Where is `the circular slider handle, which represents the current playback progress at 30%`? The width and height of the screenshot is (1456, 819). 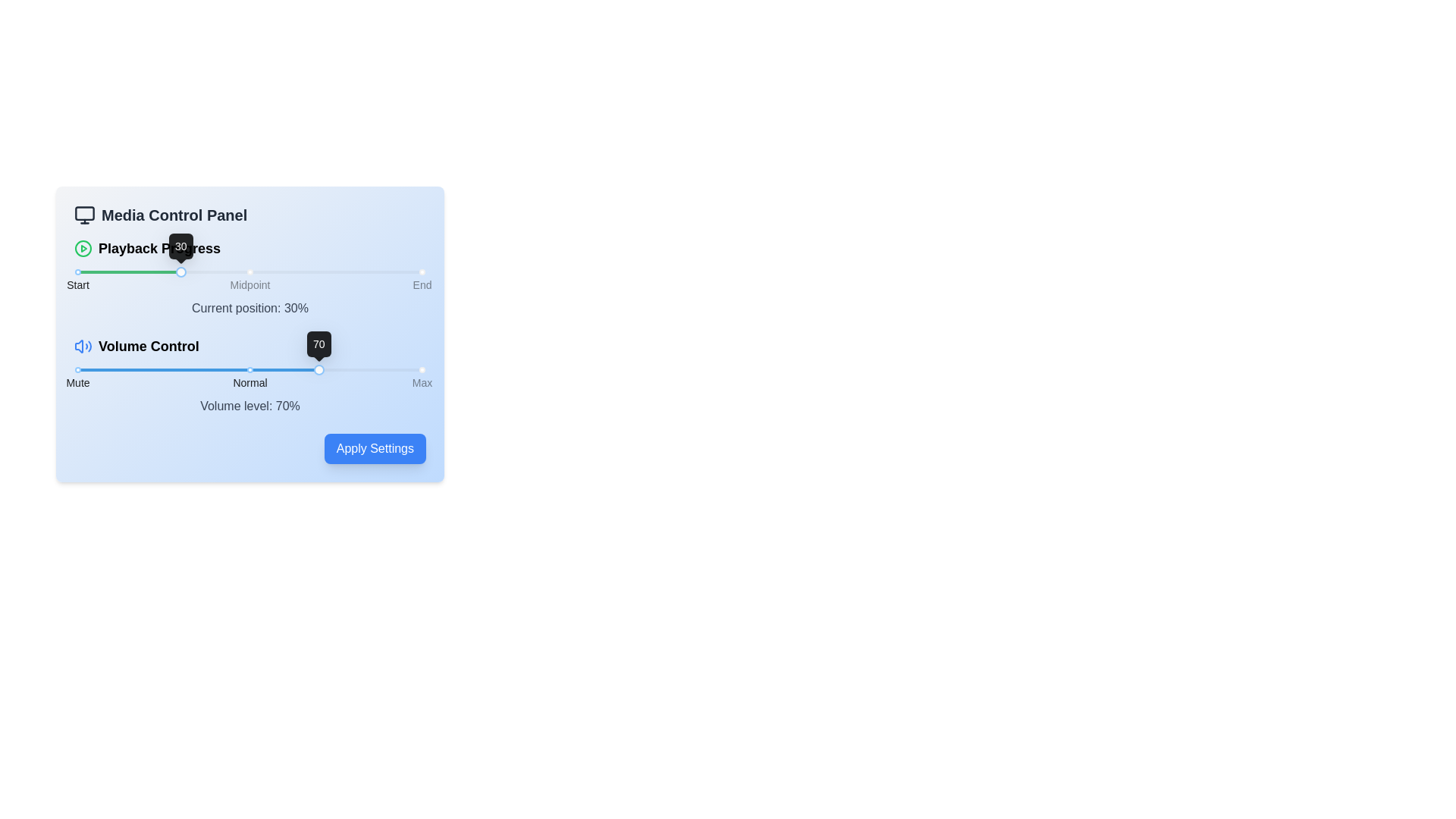
the circular slider handle, which represents the current playback progress at 30% is located at coordinates (181, 271).